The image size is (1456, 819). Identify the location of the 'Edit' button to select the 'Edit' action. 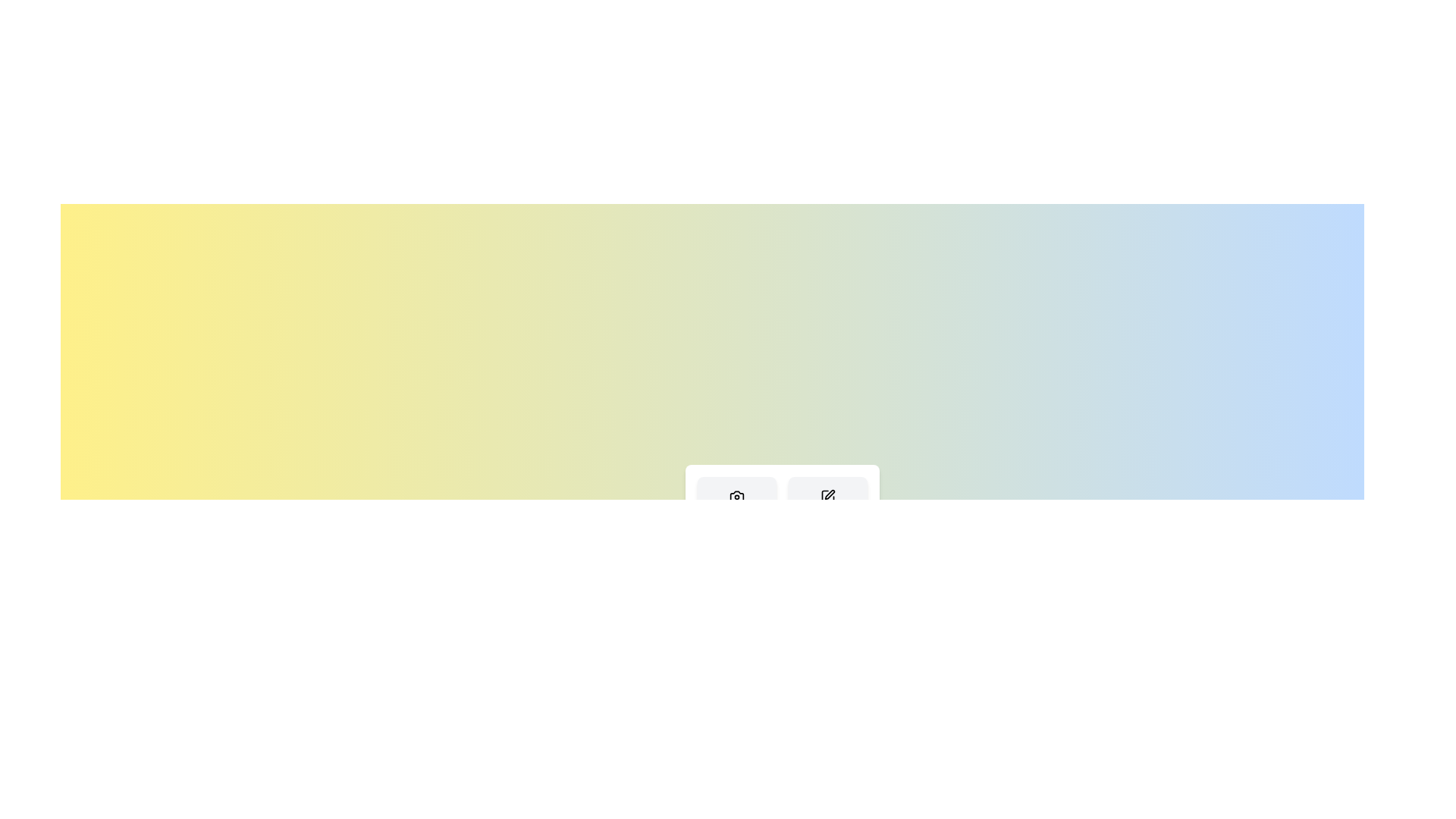
(827, 507).